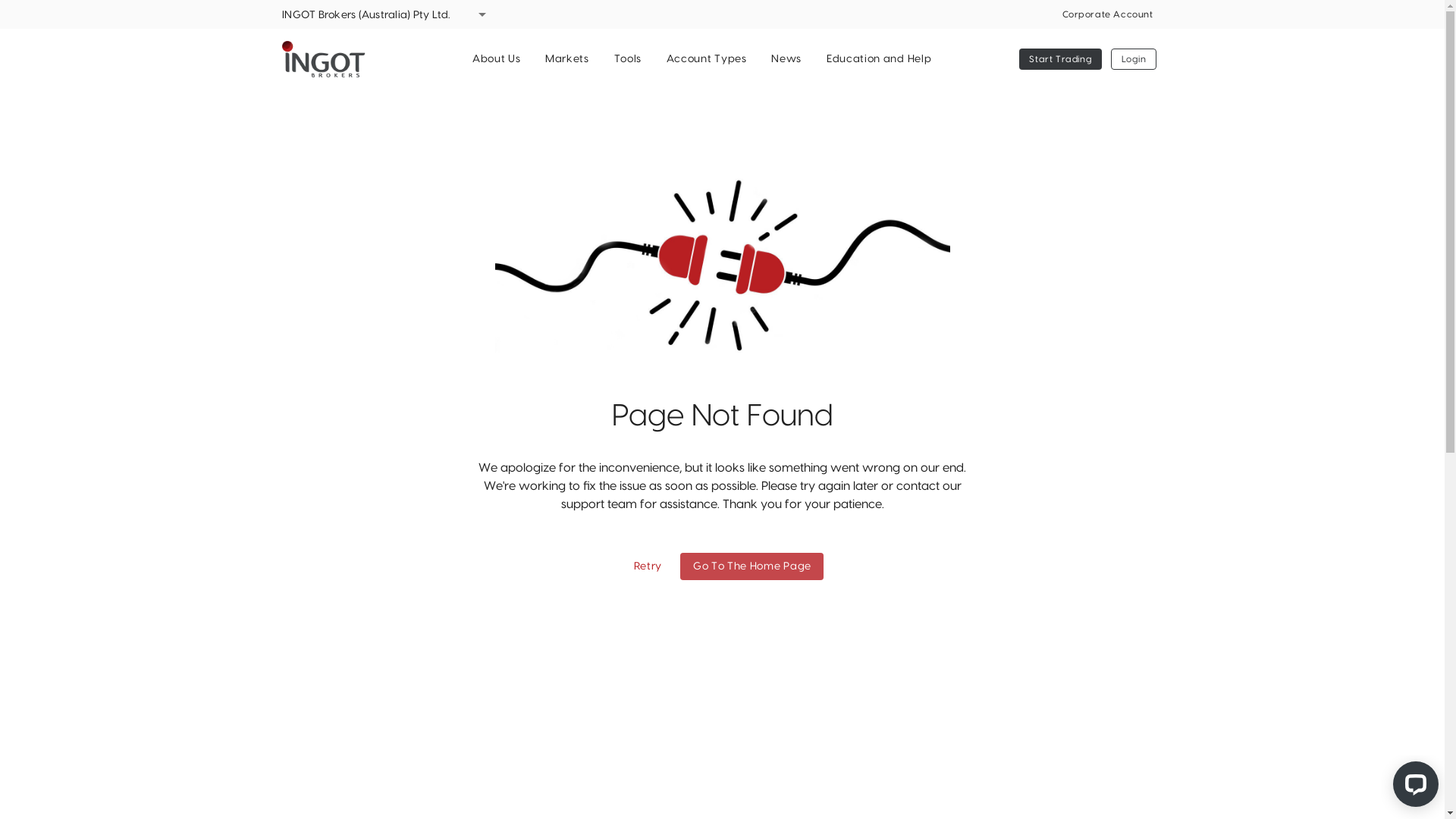 This screenshot has height=819, width=1456. What do you see at coordinates (1133, 58) in the screenshot?
I see `'Login'` at bounding box center [1133, 58].